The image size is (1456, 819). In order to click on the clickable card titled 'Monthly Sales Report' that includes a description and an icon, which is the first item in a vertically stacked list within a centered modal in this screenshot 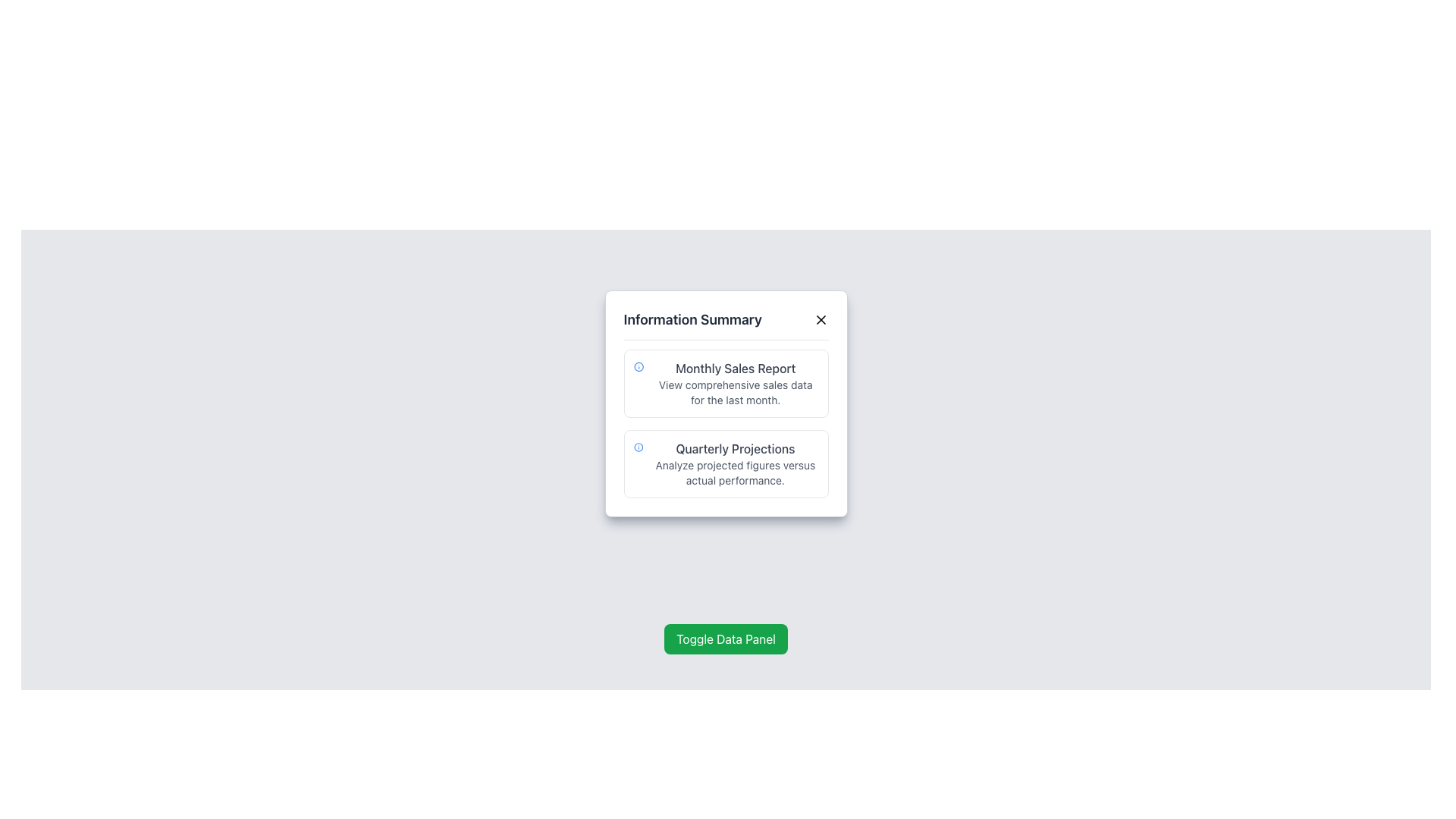, I will do `click(725, 382)`.